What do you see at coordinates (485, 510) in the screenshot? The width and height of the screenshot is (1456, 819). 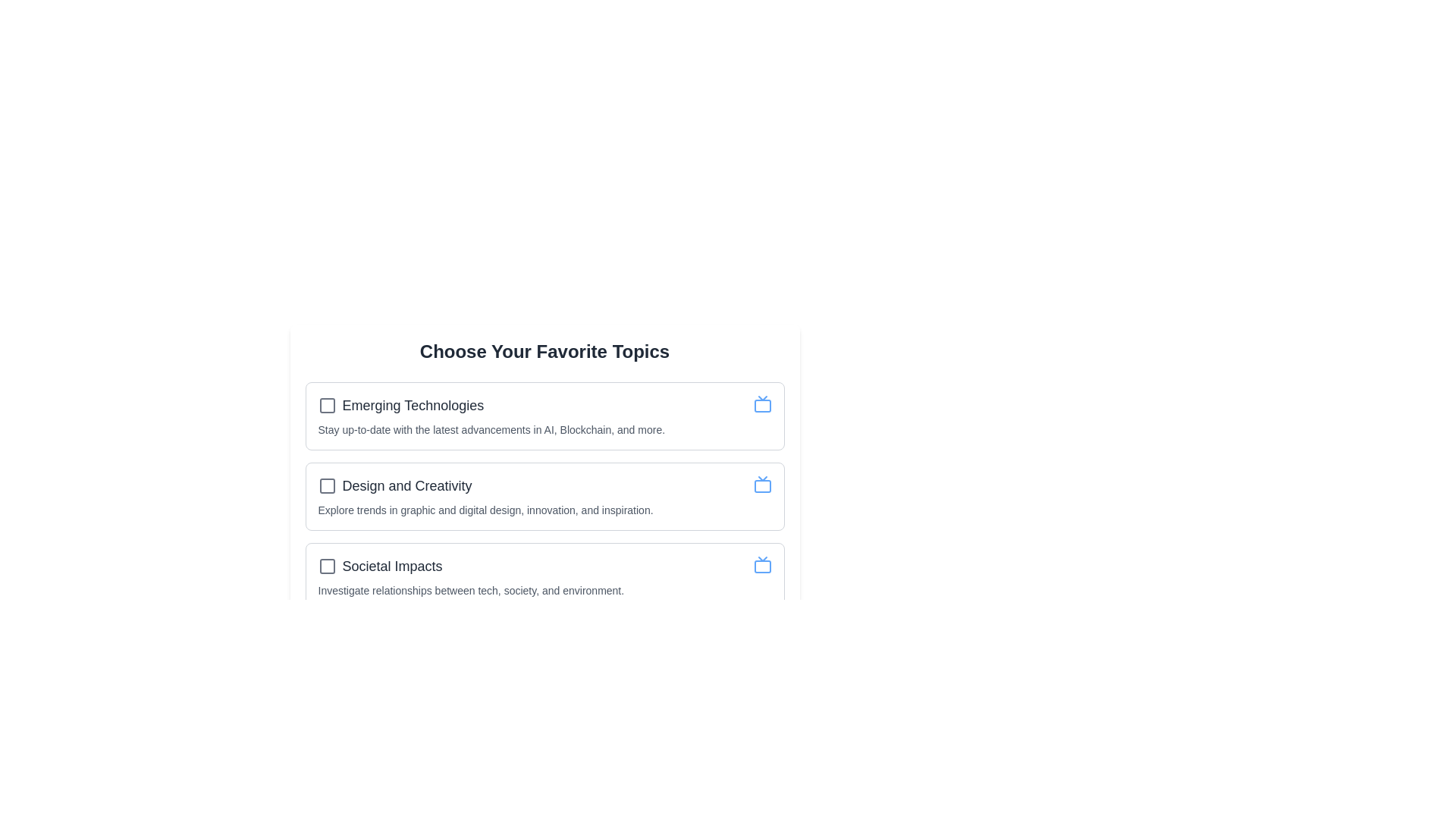 I see `the text paragraph styled with a small gray font that says 'Explore trends in graphic and digital design, innovation, and inspiration.', located below the 'Design and Creativity' heading` at bounding box center [485, 510].